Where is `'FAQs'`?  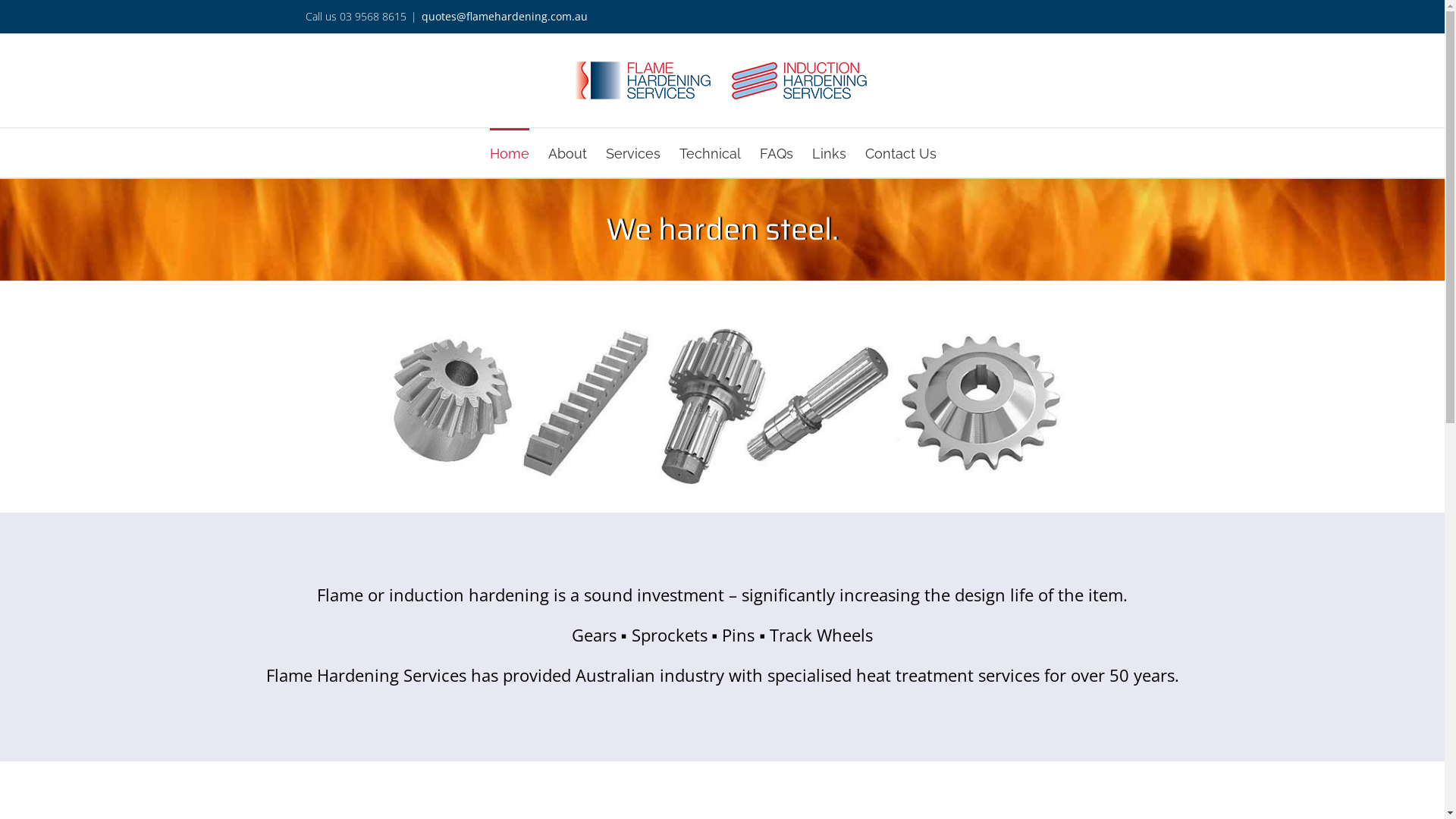
'FAQs' is located at coordinates (776, 152).